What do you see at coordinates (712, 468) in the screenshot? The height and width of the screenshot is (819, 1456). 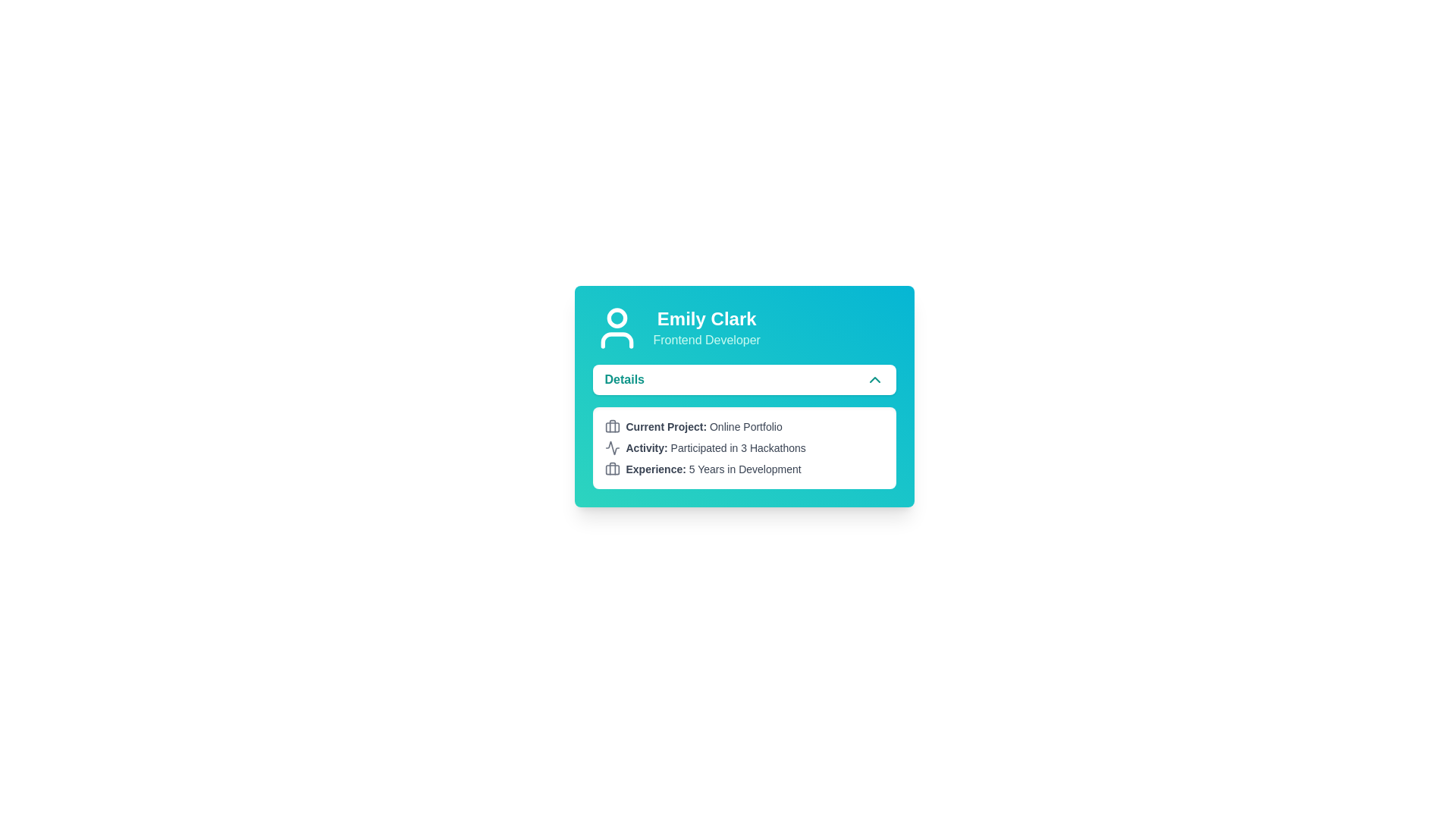 I see `the static informational Text Label that provides details about the user's experience level, located beneath the 'Activity: Participated in 3 Hackathons' text and to the right of the briefcase icon` at bounding box center [712, 468].